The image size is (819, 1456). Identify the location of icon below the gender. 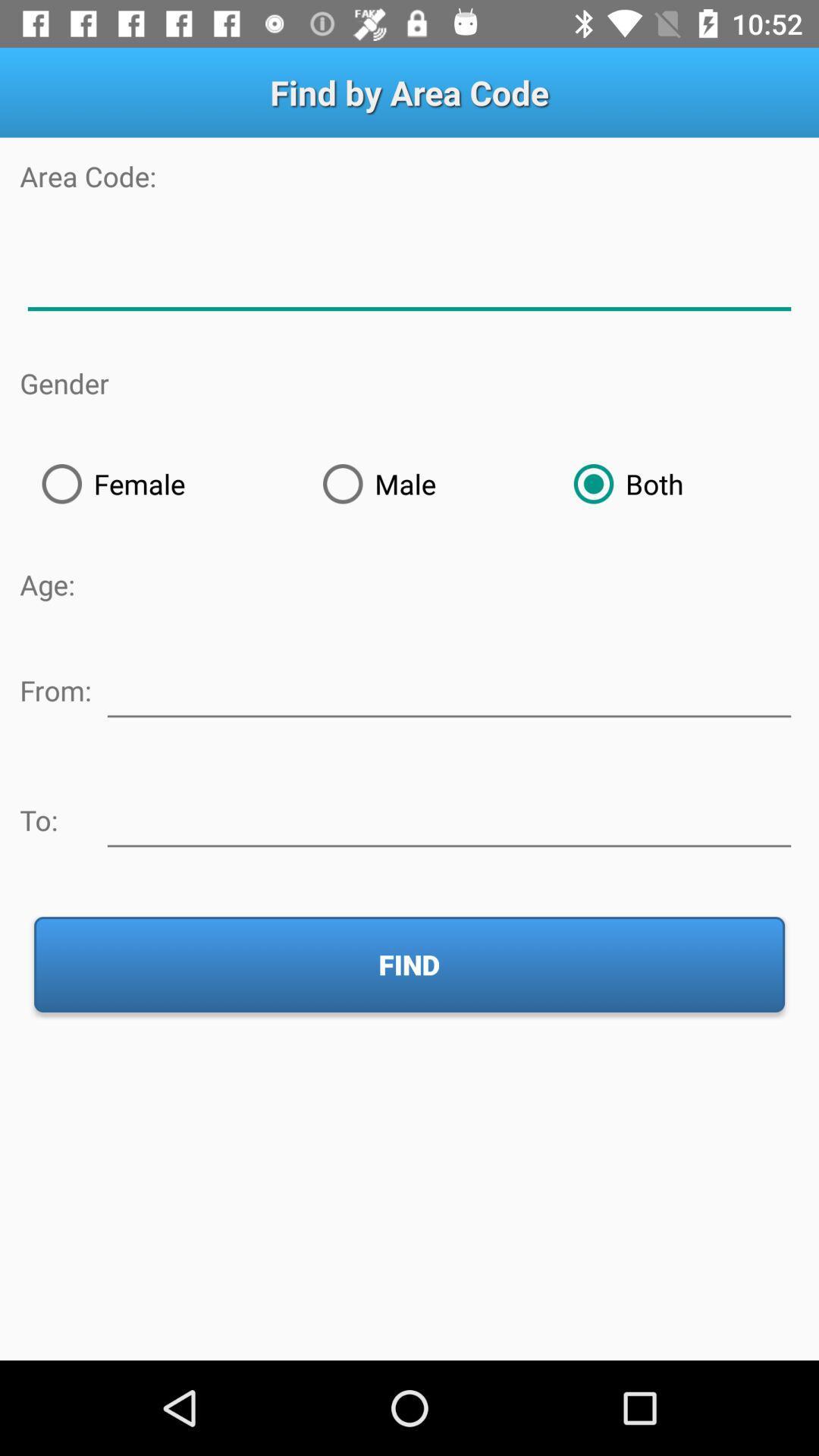
(160, 483).